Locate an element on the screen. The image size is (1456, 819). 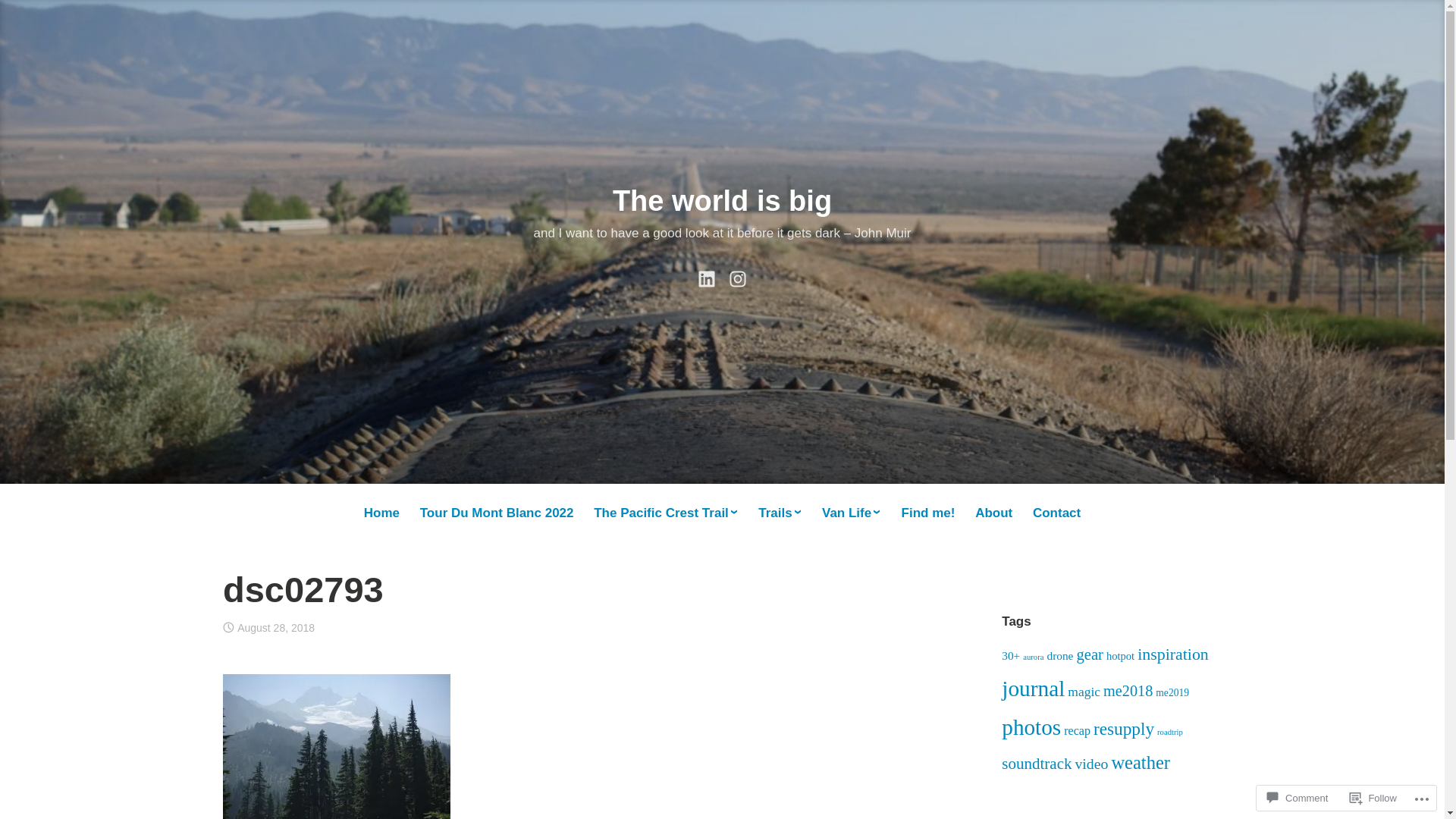
'inspiration' is located at coordinates (1172, 653).